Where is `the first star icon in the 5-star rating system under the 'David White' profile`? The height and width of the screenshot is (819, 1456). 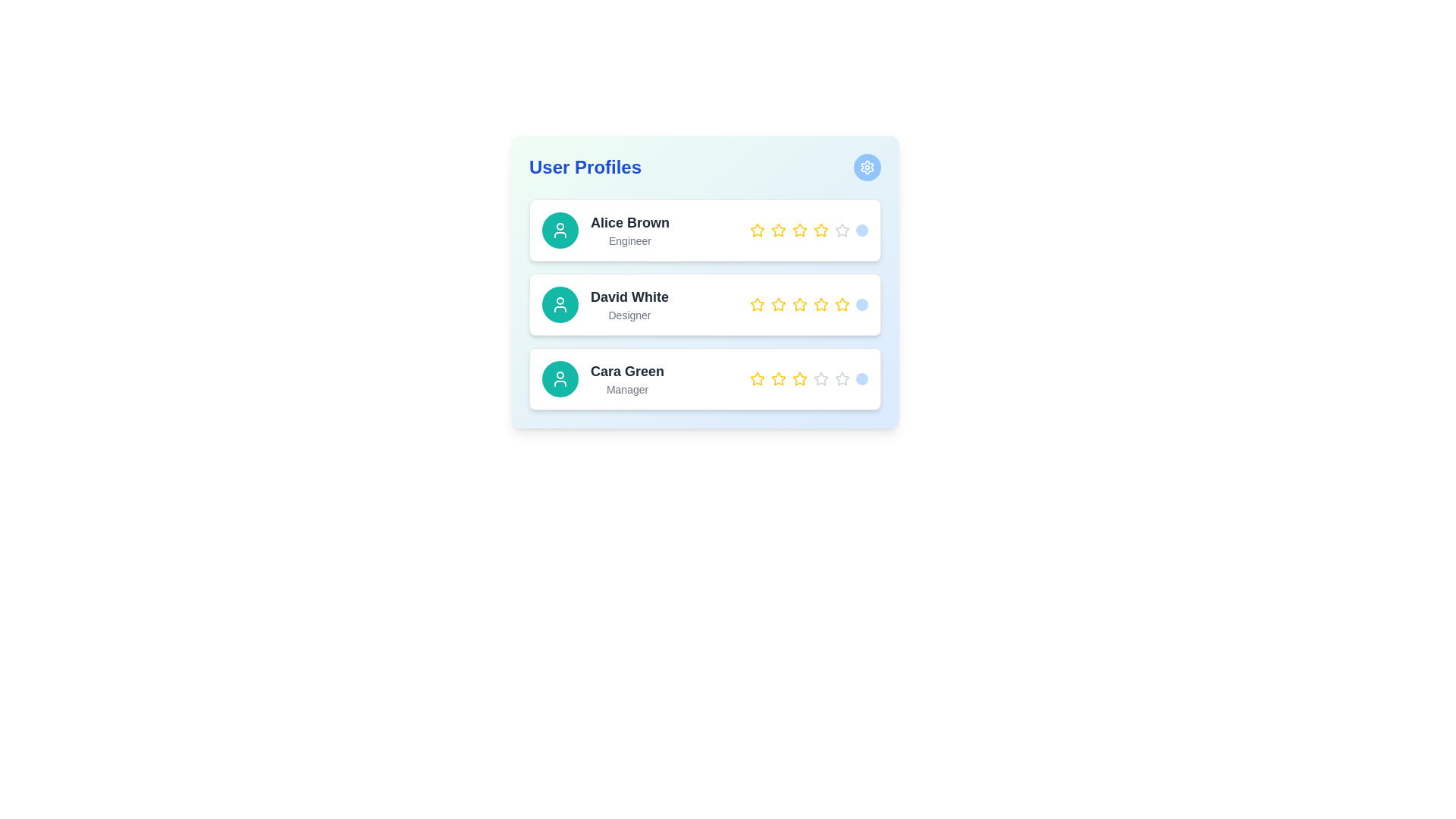 the first star icon in the 5-star rating system under the 'David White' profile is located at coordinates (757, 304).